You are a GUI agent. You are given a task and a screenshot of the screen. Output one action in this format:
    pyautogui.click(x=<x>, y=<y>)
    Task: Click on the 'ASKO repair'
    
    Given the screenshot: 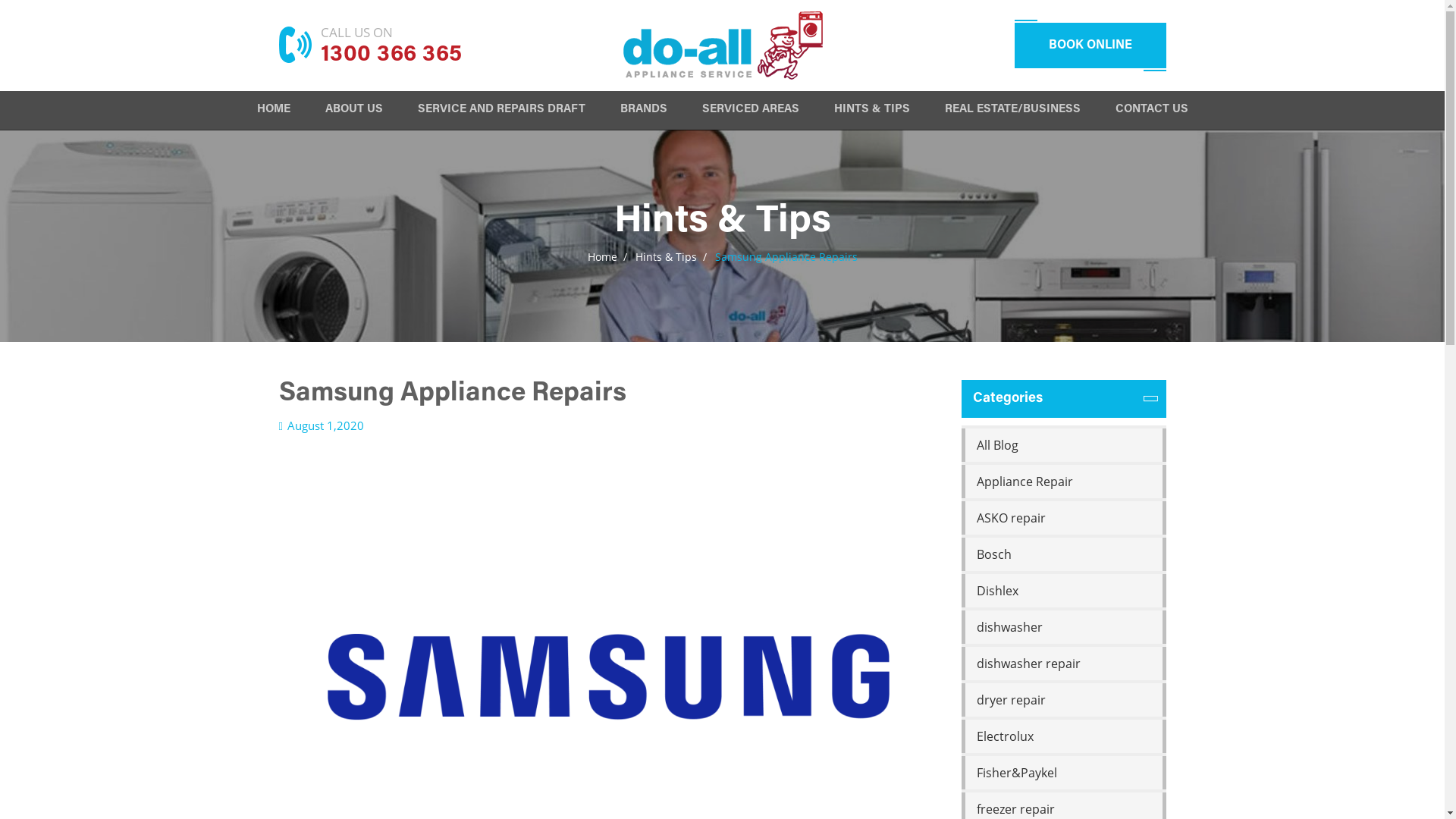 What is the action you would take?
    pyautogui.click(x=1062, y=516)
    